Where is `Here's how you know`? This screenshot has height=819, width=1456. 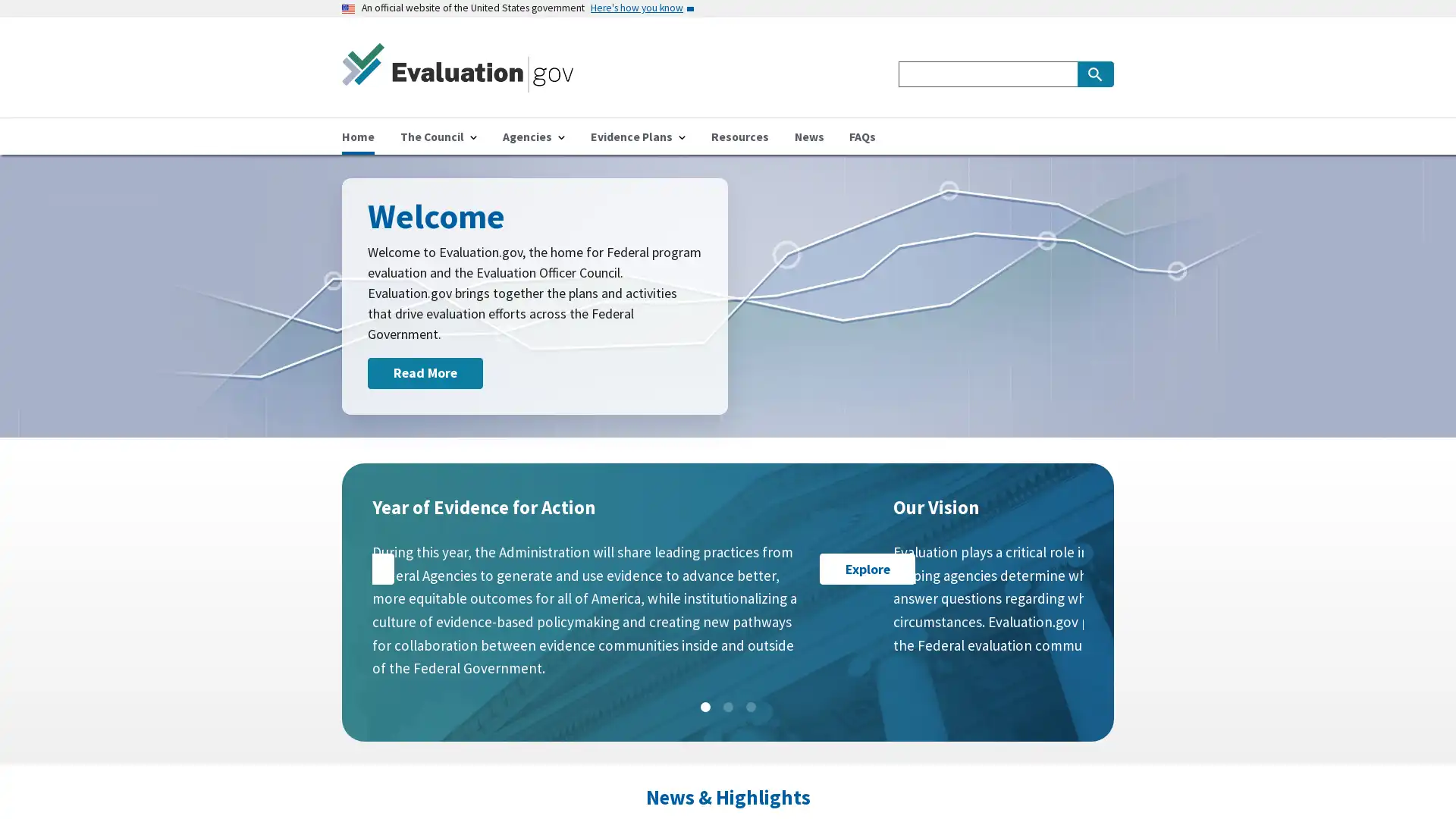 Here's how you know is located at coordinates (642, 8).